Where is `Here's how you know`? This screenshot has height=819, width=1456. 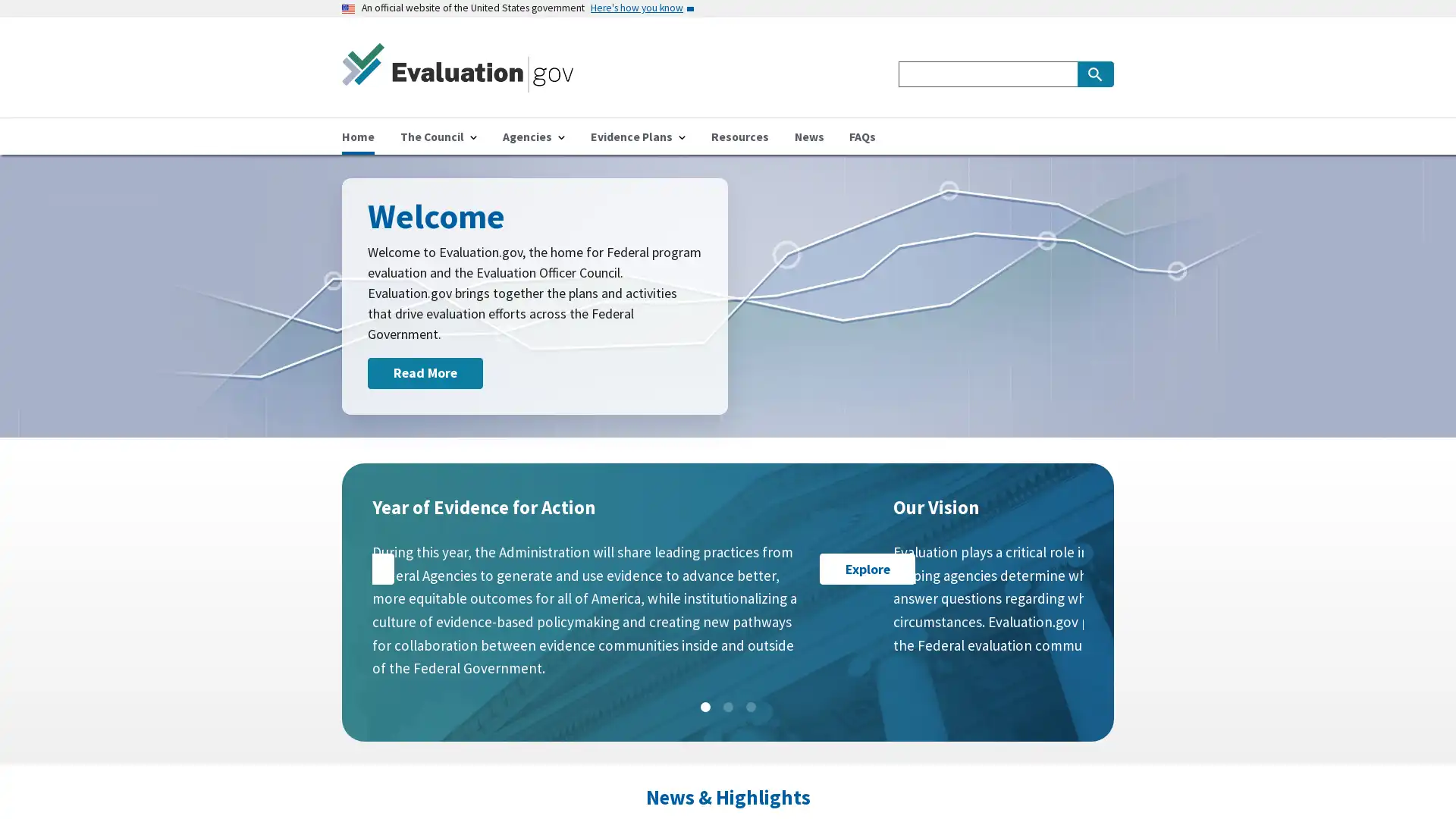 Here's how you know is located at coordinates (642, 8).